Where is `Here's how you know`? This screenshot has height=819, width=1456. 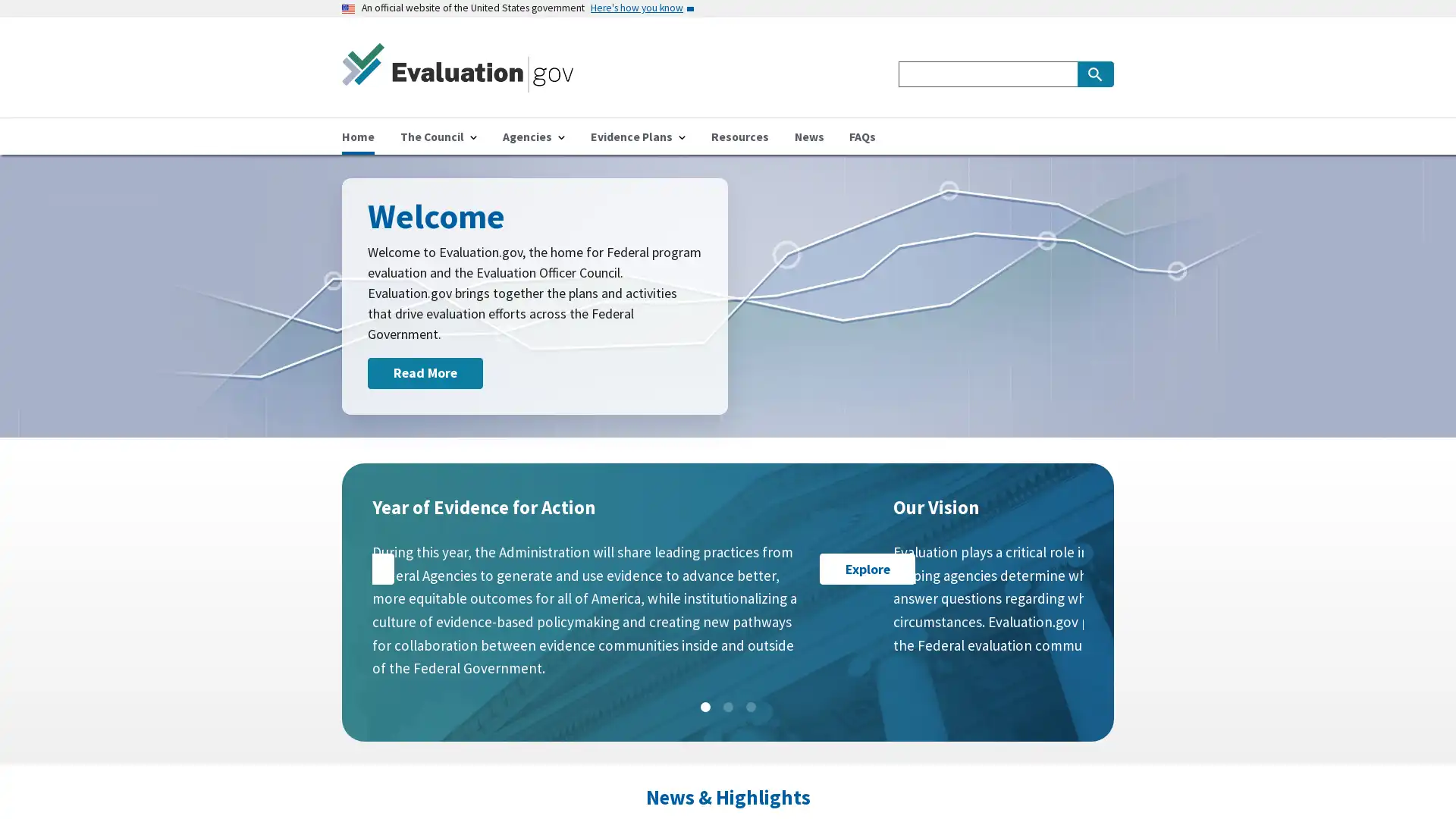 Here's how you know is located at coordinates (642, 8).